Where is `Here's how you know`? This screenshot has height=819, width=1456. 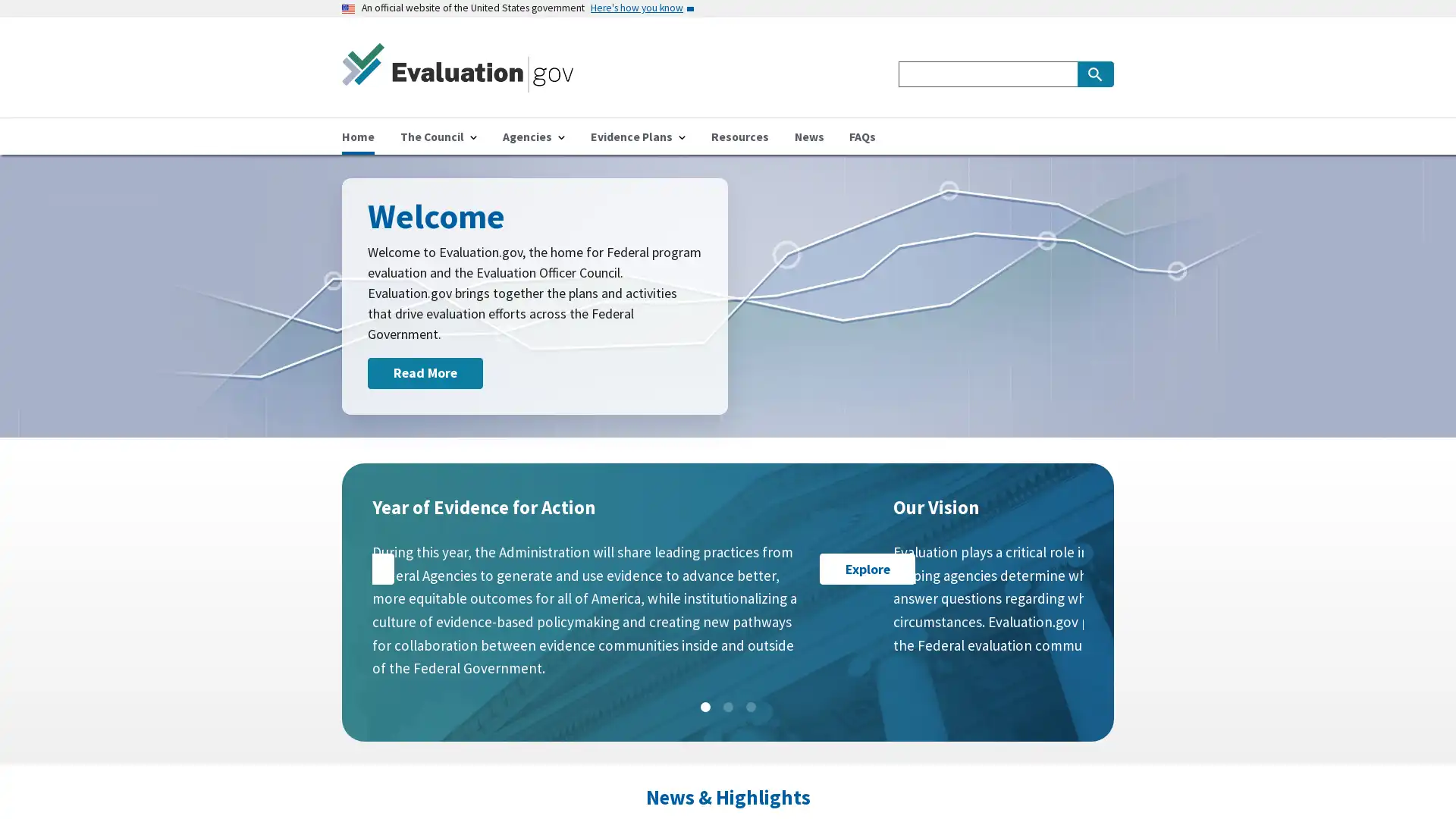 Here's how you know is located at coordinates (642, 8).